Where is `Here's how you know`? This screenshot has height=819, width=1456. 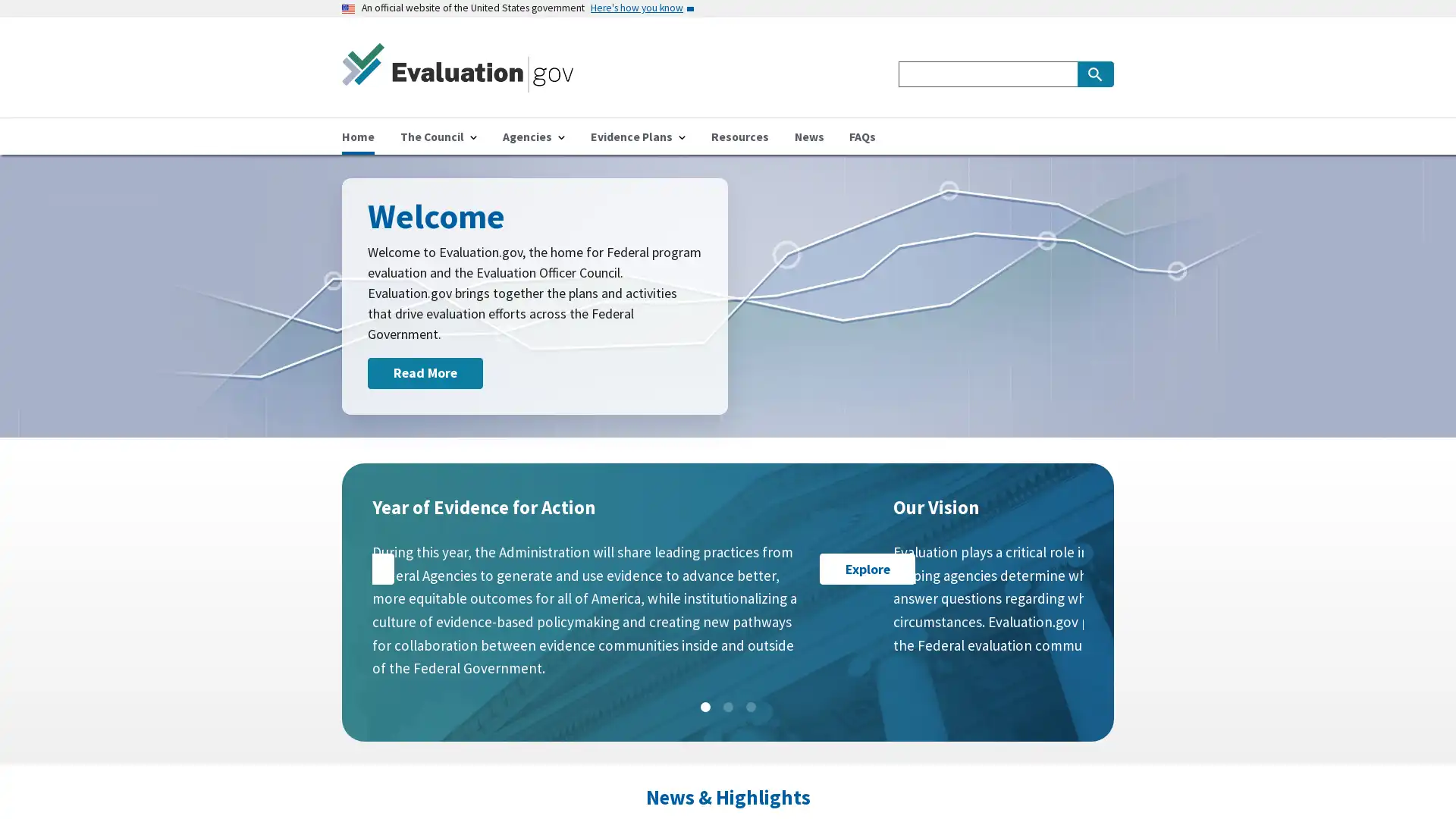 Here's how you know is located at coordinates (642, 8).